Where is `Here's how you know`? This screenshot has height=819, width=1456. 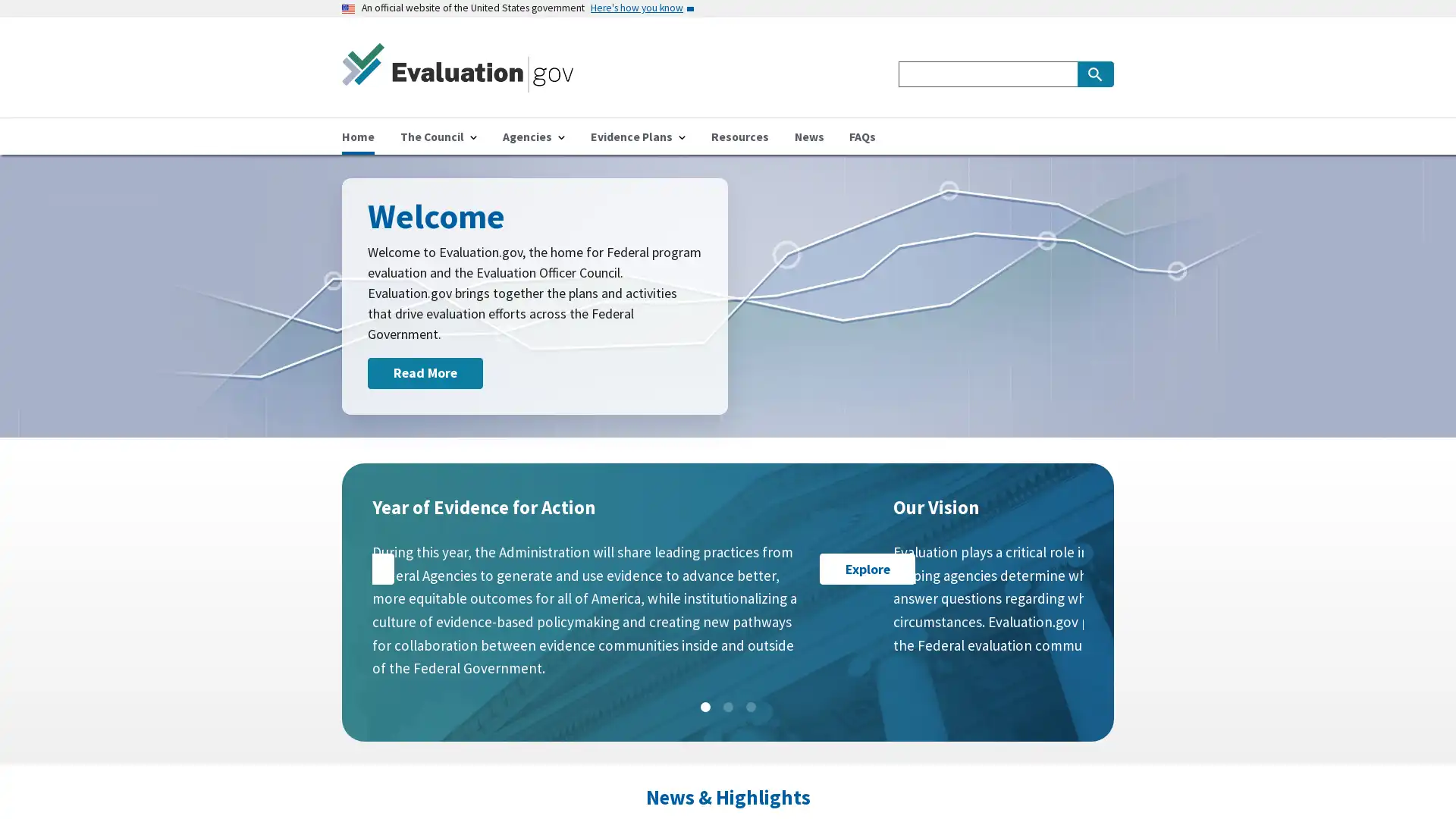 Here's how you know is located at coordinates (642, 8).